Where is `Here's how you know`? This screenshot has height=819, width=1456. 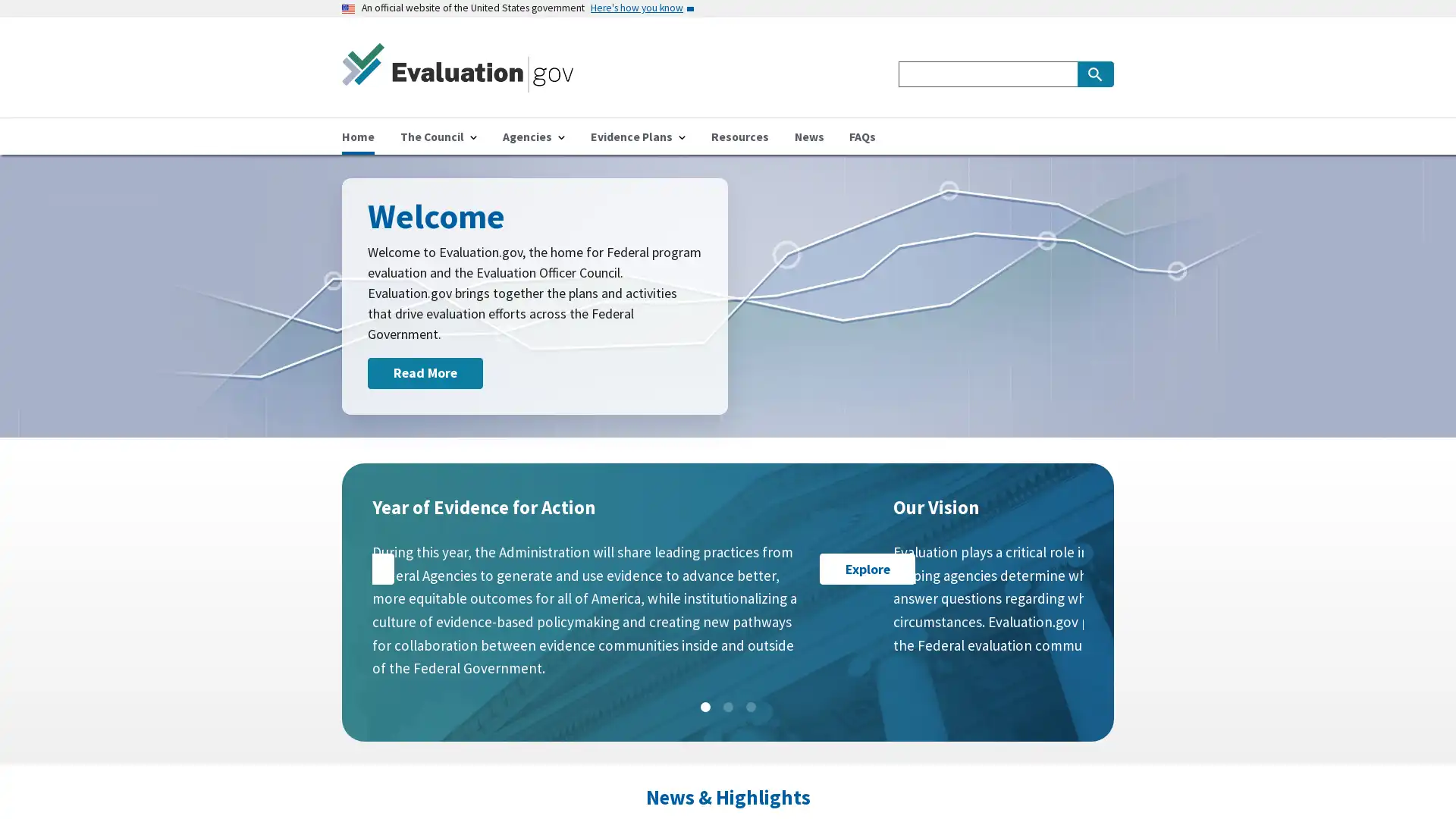 Here's how you know is located at coordinates (642, 8).